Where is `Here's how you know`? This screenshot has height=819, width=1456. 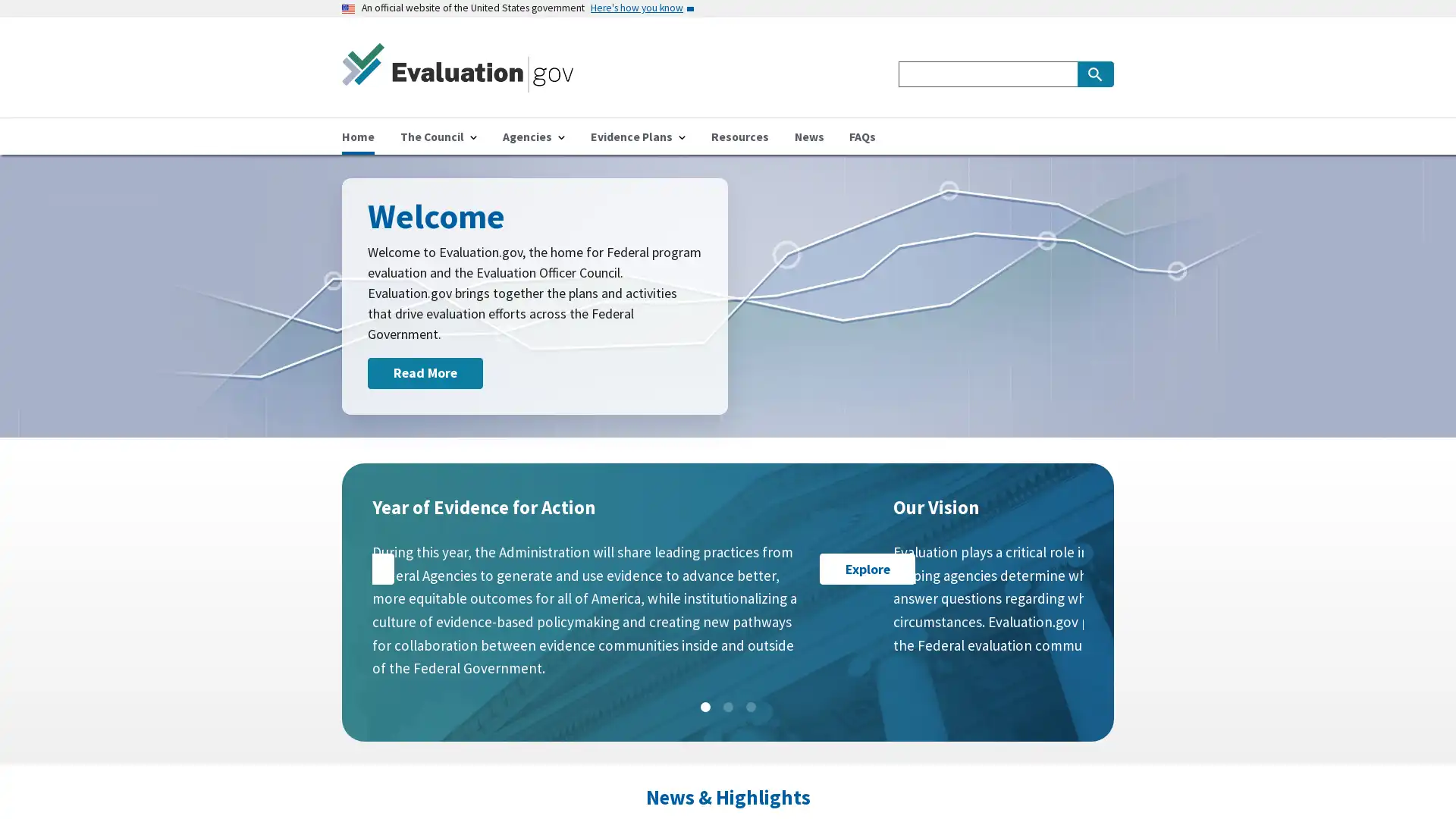 Here's how you know is located at coordinates (642, 8).